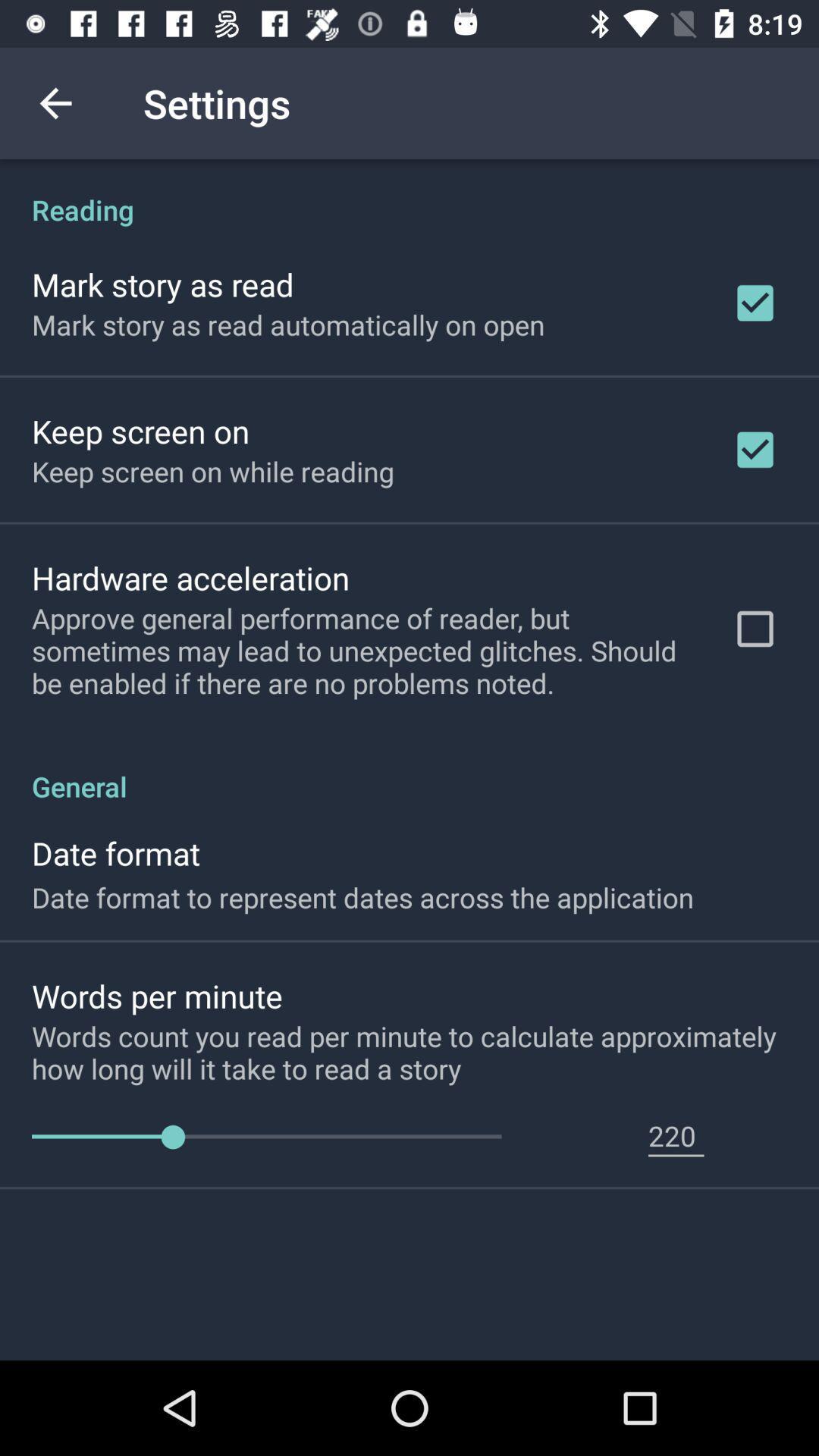 The width and height of the screenshot is (819, 1456). What do you see at coordinates (362, 651) in the screenshot?
I see `item above general icon` at bounding box center [362, 651].